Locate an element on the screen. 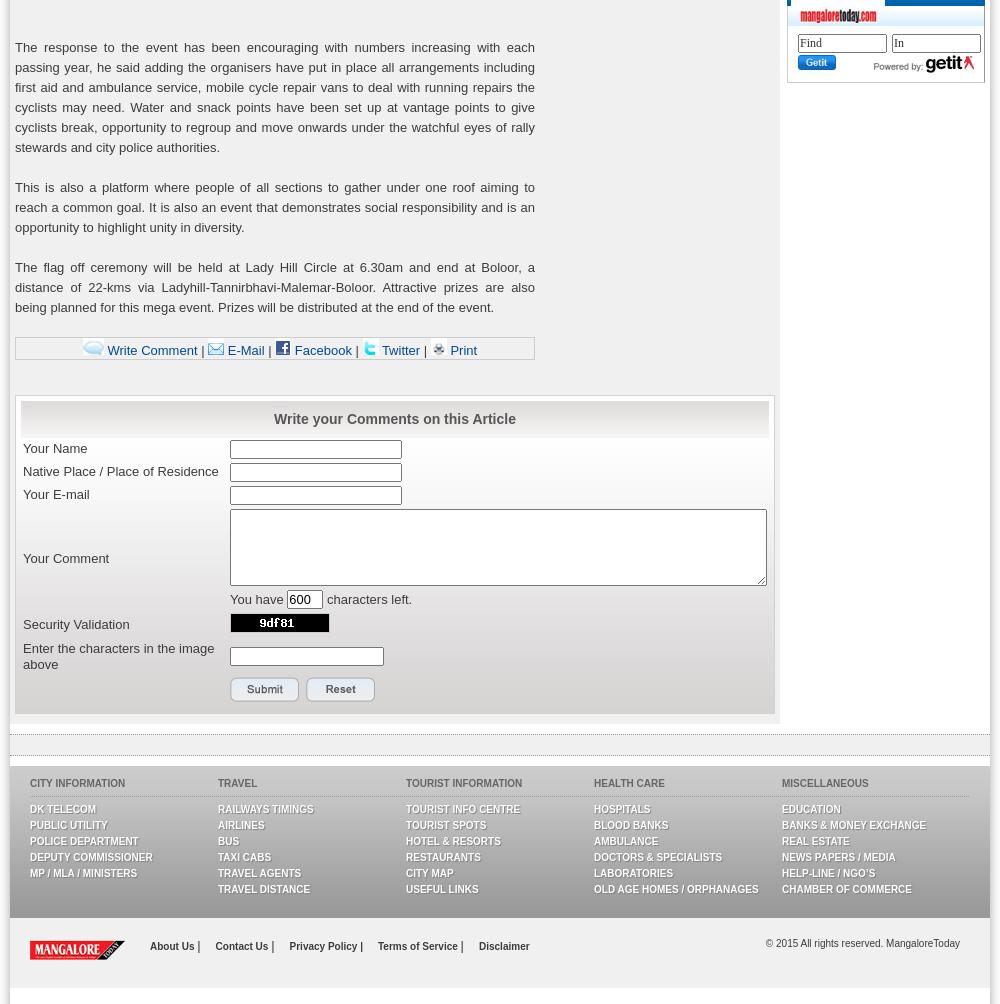 This screenshot has height=1004, width=1000. 'Your Comment' is located at coordinates (65, 557).